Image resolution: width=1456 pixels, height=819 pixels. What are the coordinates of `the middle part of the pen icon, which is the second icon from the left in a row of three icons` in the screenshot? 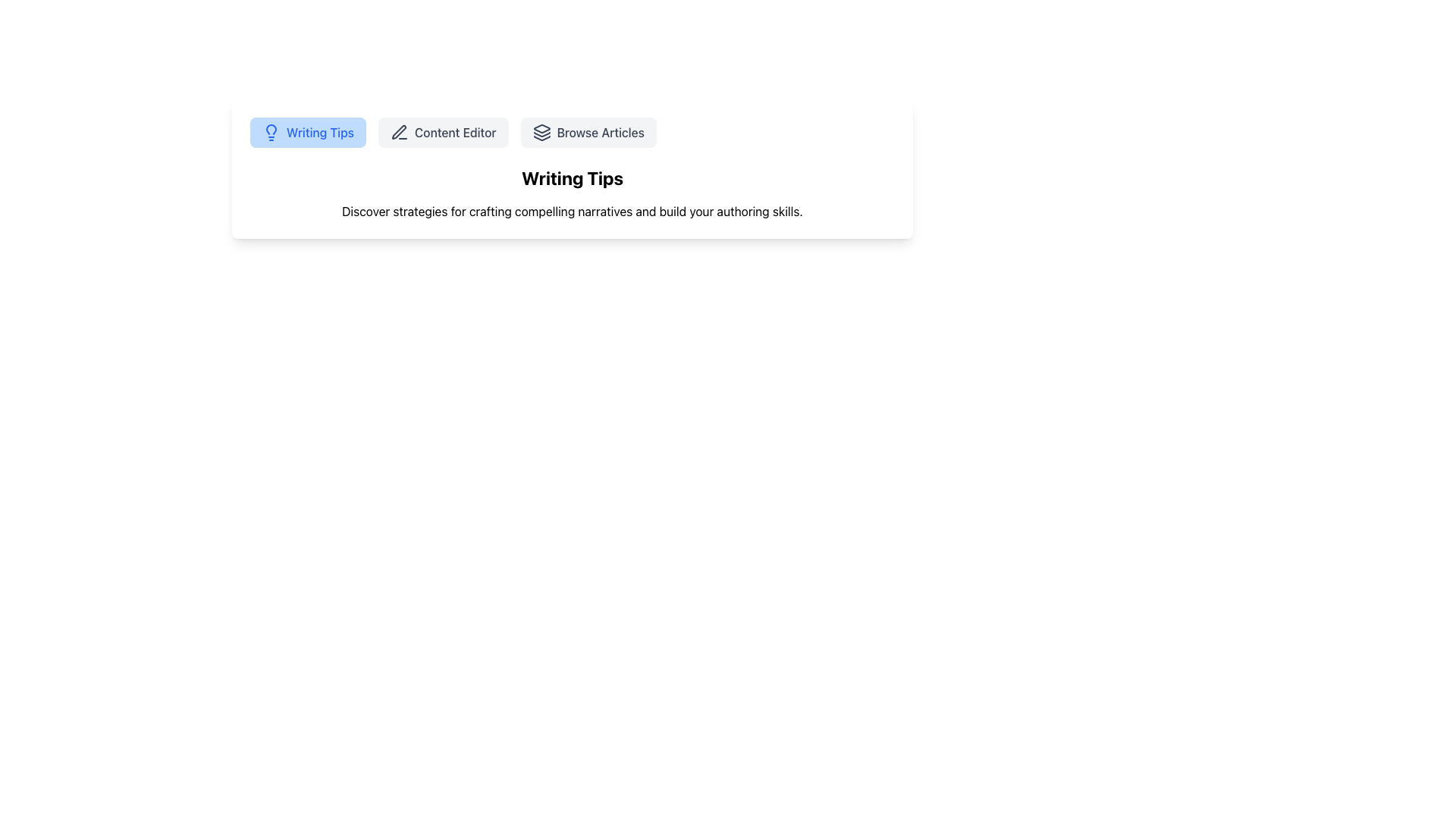 It's located at (399, 131).